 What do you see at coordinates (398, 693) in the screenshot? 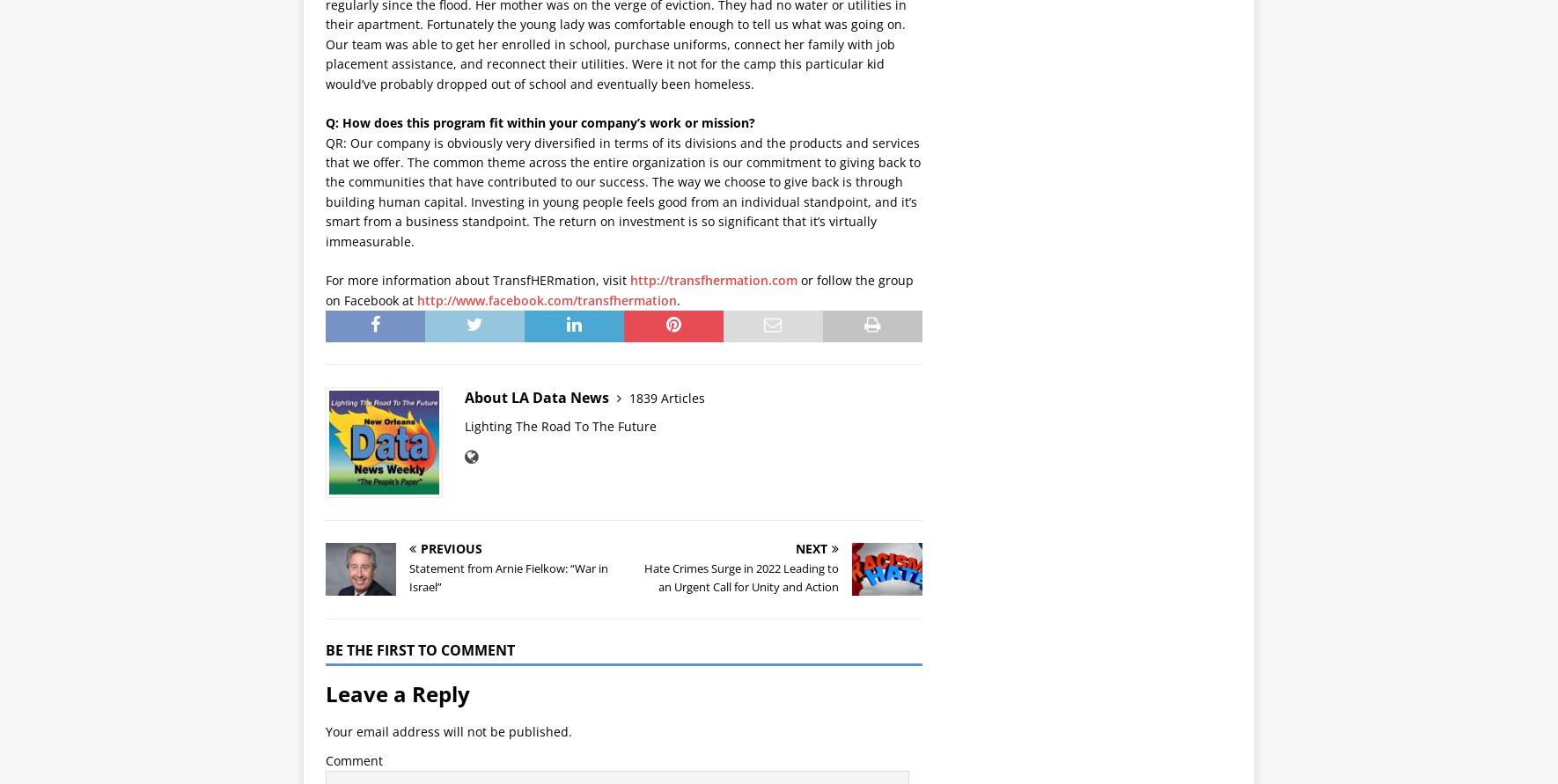
I see `'Leave a Reply'` at bounding box center [398, 693].